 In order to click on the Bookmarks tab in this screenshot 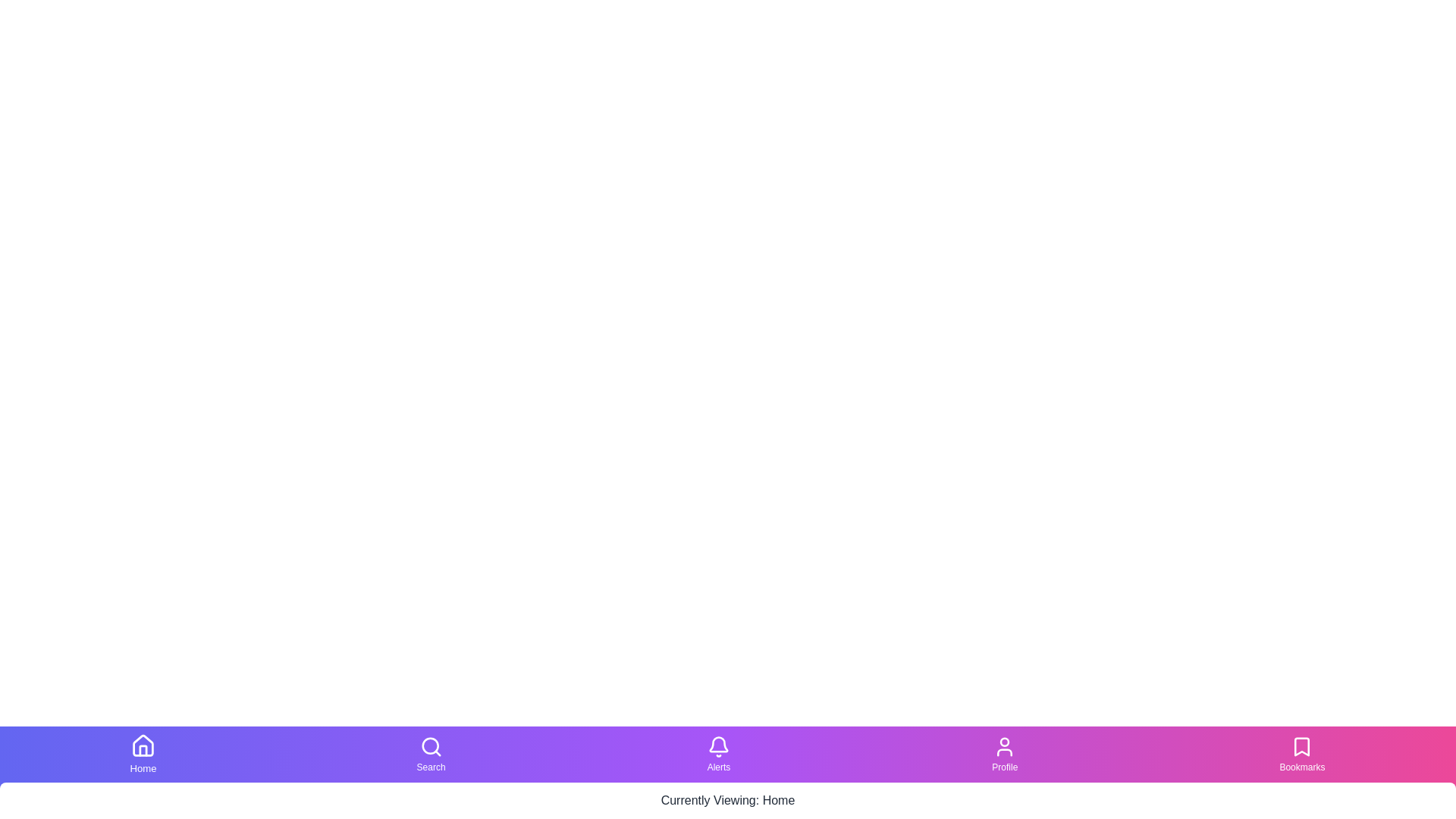, I will do `click(1301, 755)`.